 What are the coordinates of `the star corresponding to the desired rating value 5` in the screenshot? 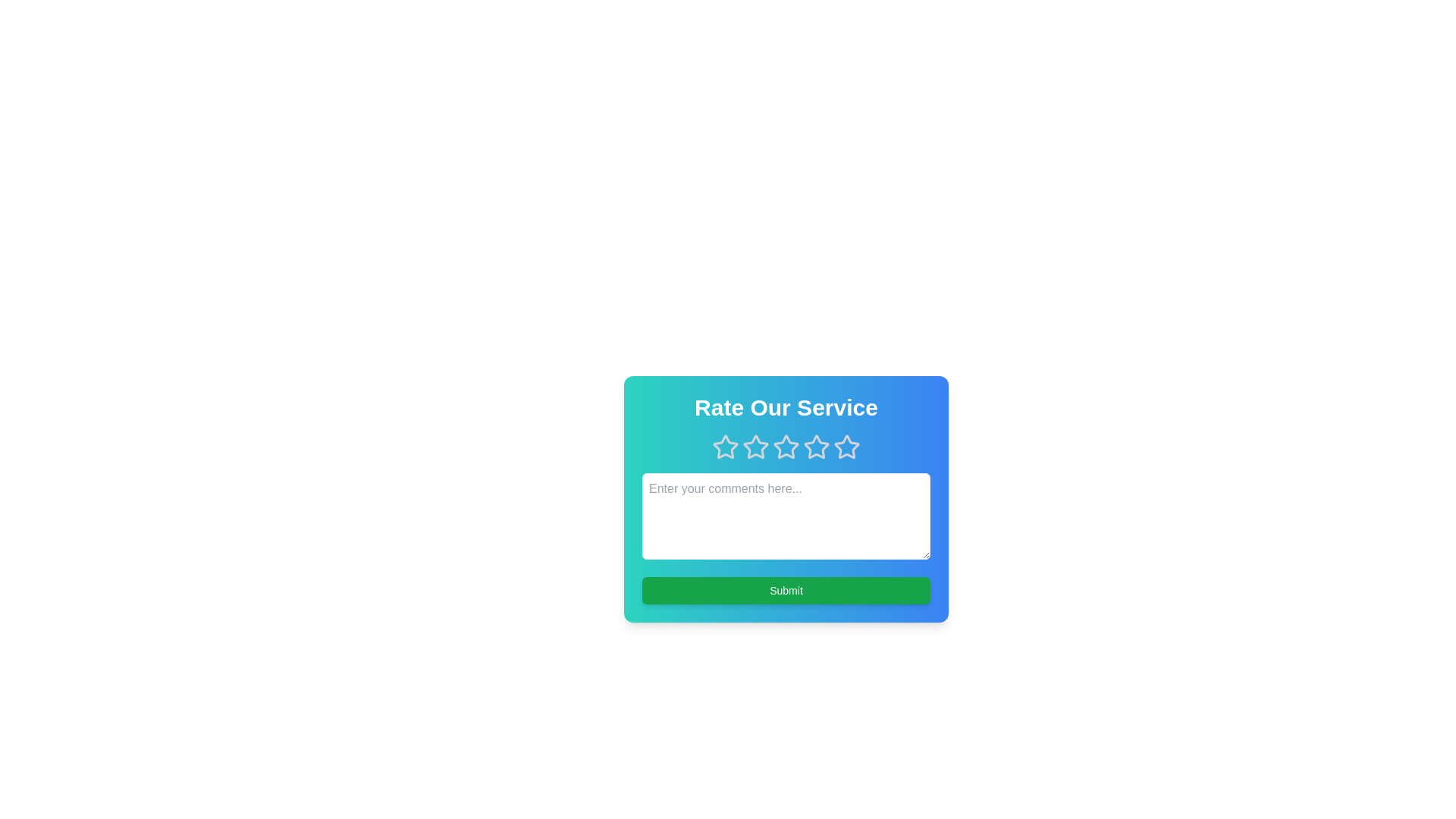 It's located at (846, 447).